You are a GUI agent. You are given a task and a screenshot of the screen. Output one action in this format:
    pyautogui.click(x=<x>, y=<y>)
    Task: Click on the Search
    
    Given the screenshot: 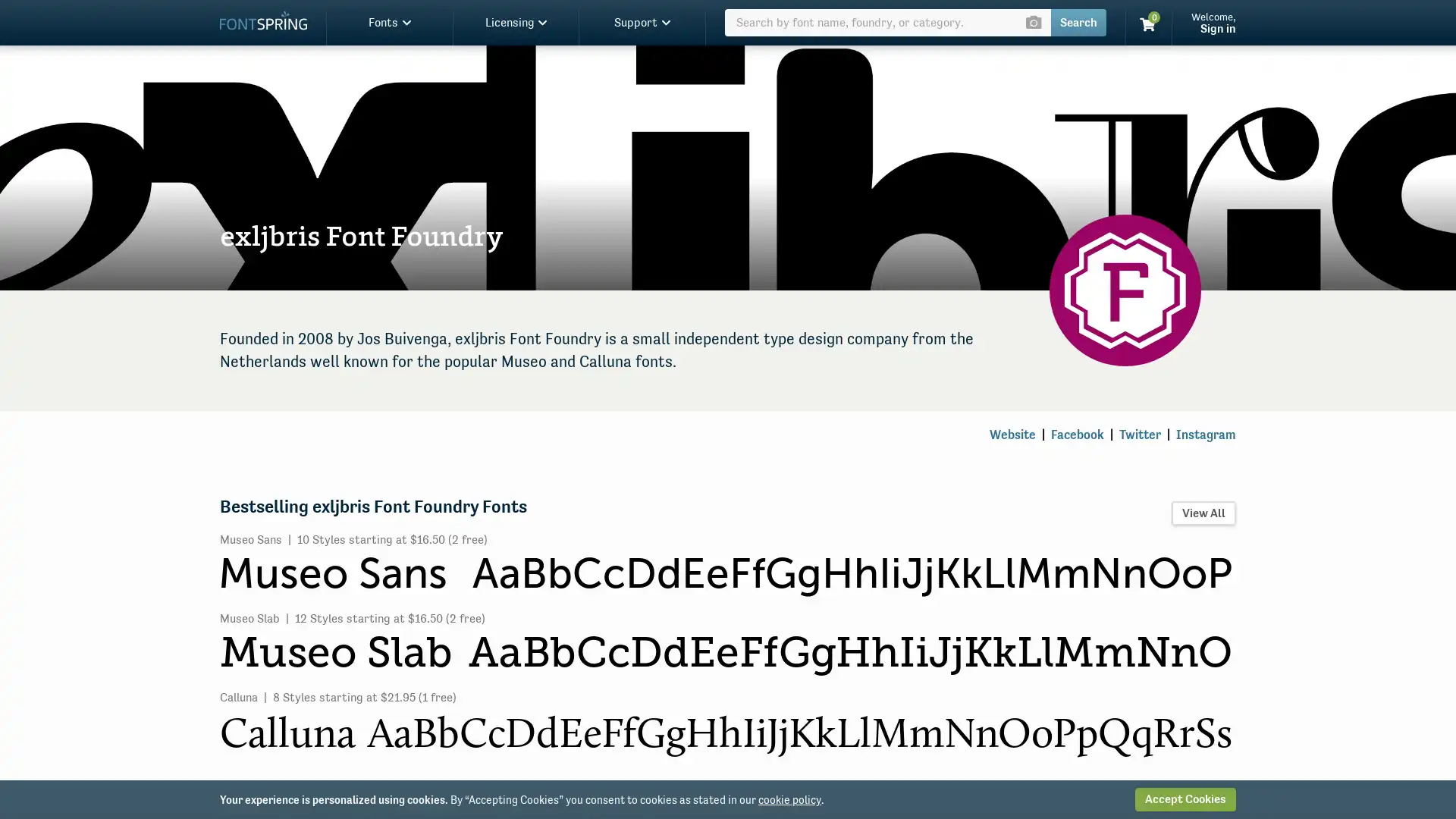 What is the action you would take?
    pyautogui.click(x=1078, y=23)
    